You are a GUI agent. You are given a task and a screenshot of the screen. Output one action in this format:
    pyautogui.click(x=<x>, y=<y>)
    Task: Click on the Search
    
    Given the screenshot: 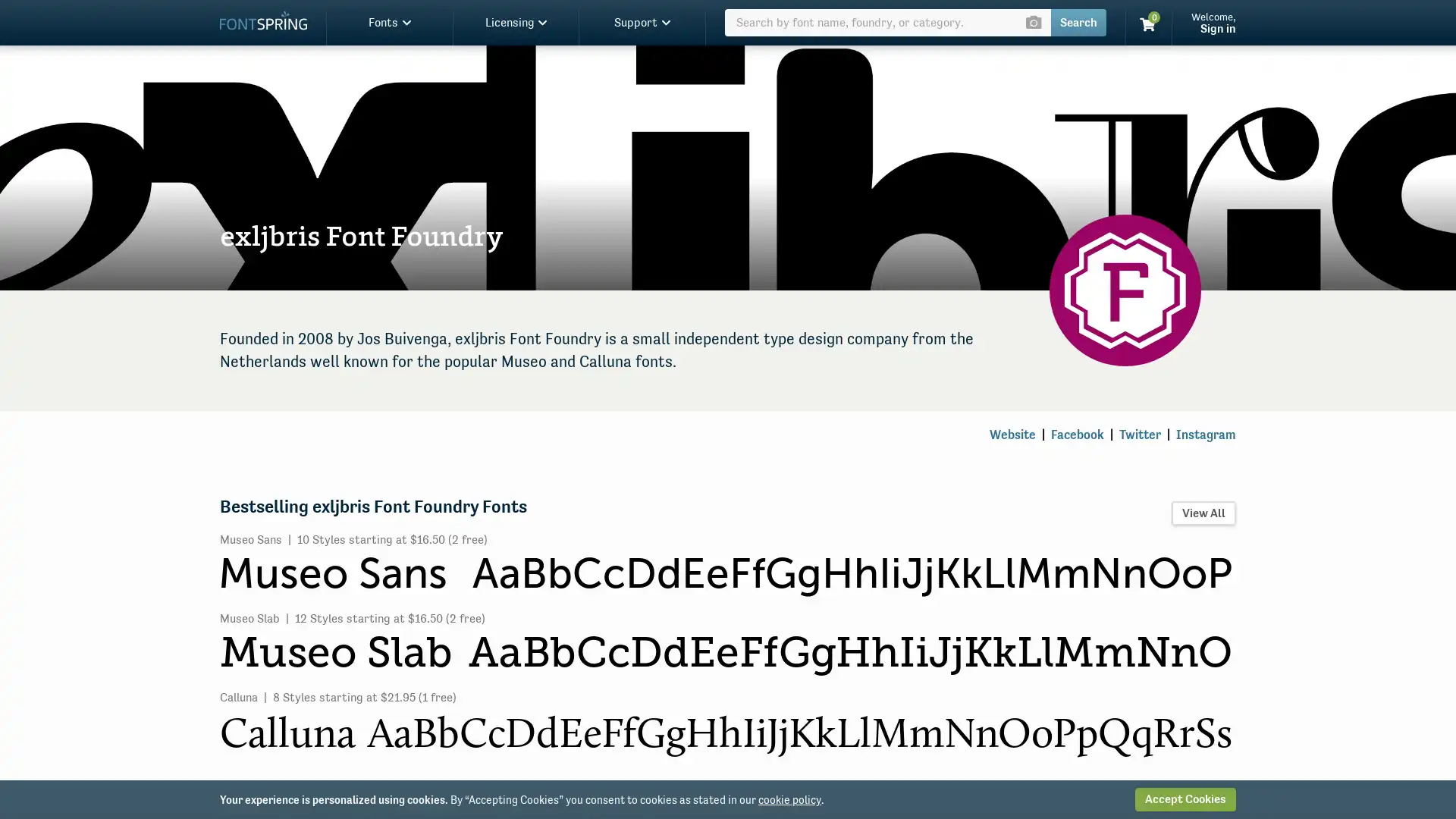 What is the action you would take?
    pyautogui.click(x=1078, y=23)
    